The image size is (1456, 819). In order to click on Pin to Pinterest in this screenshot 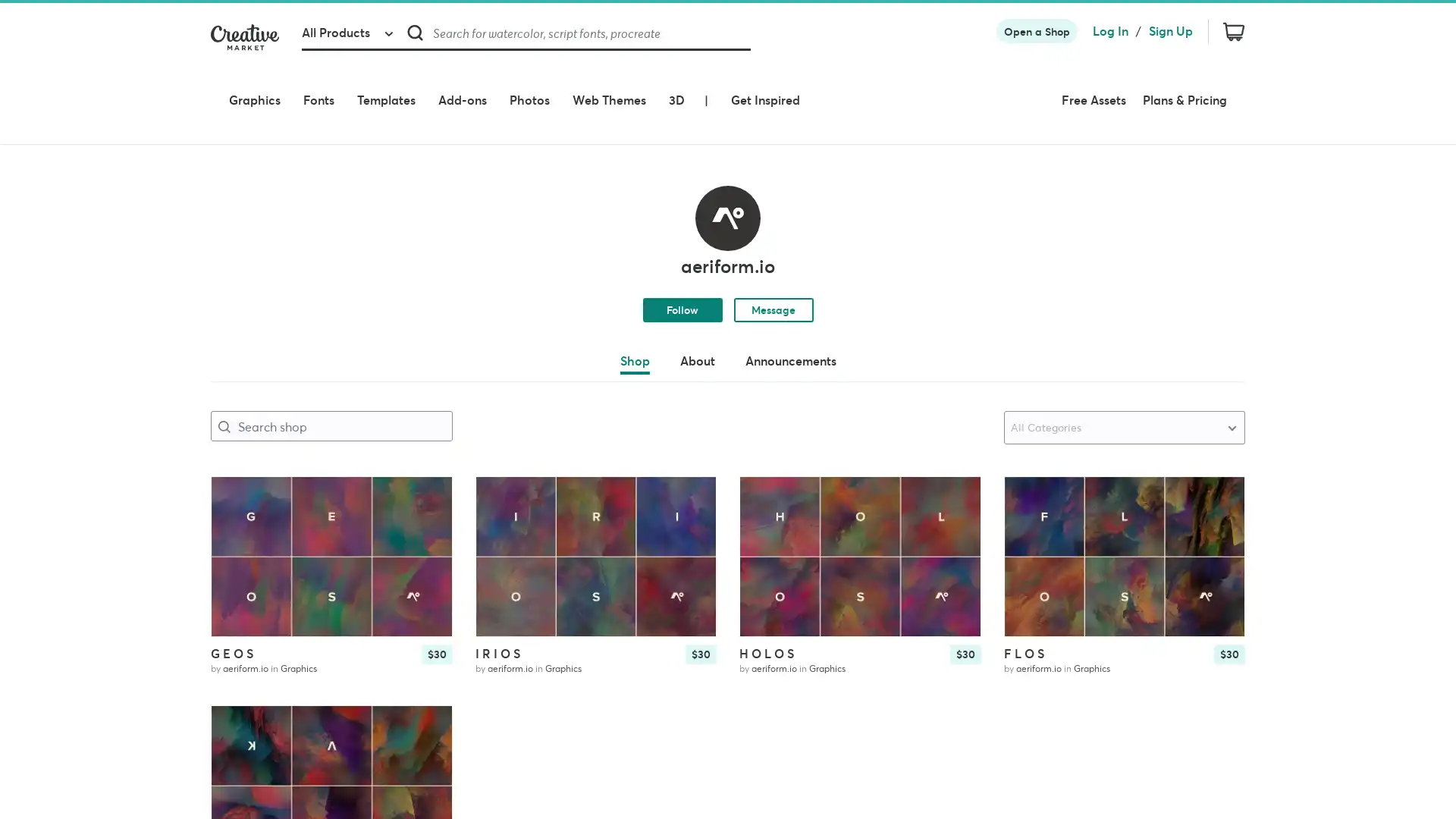, I will do `click(235, 446)`.